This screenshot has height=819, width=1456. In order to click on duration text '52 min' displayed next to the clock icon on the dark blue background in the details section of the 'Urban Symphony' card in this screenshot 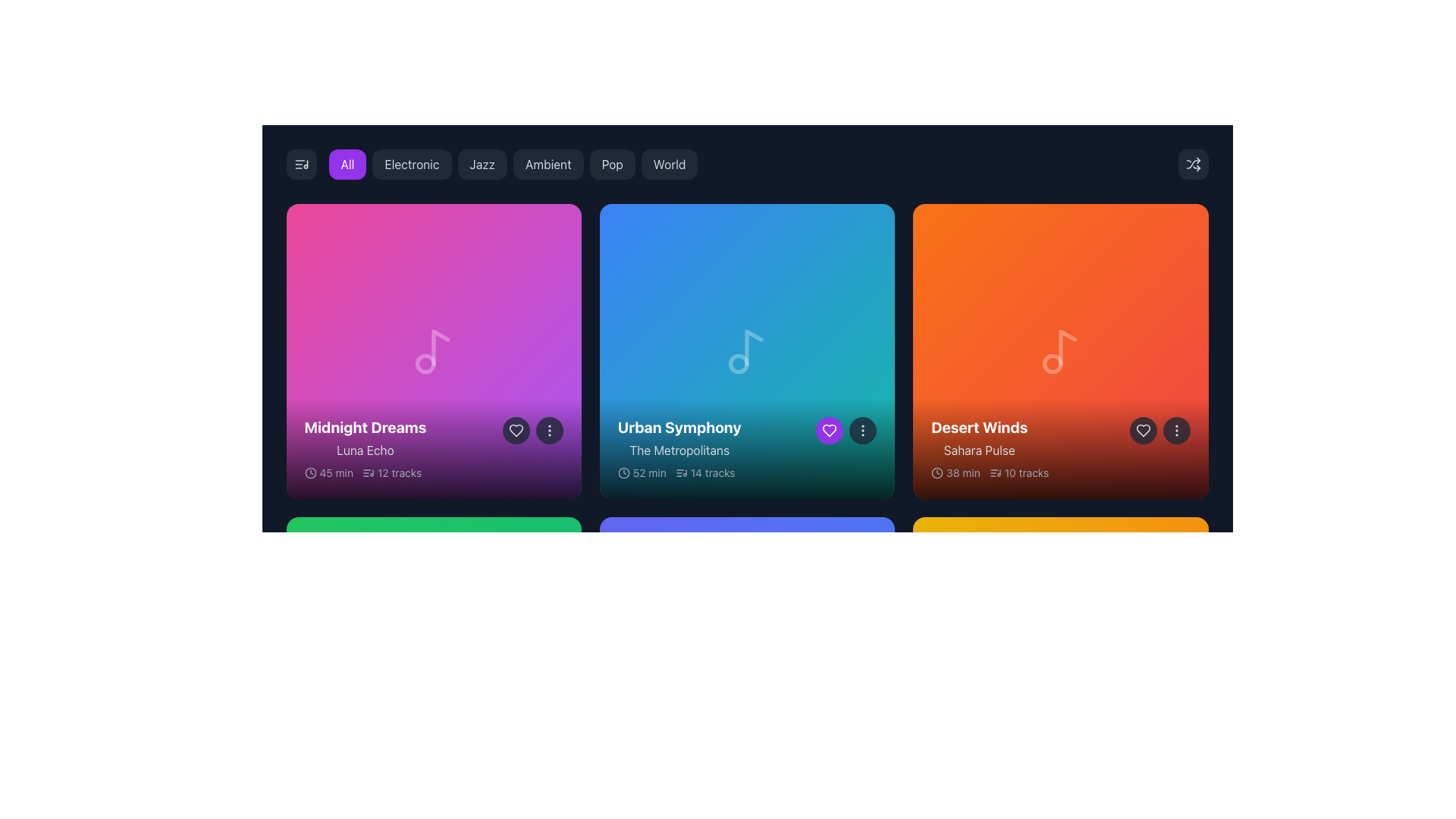, I will do `click(642, 472)`.